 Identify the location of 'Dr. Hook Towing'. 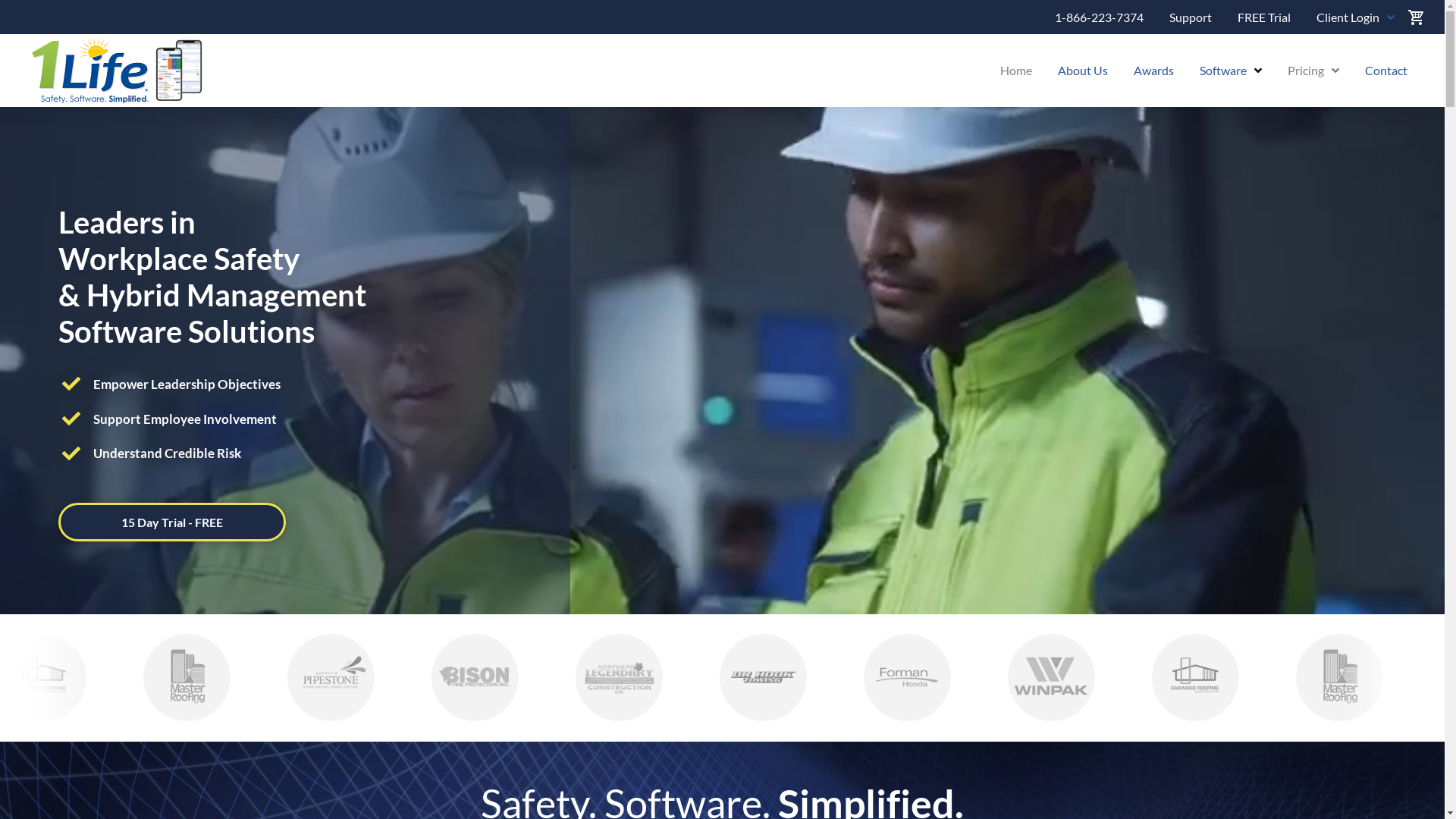
(733, 676).